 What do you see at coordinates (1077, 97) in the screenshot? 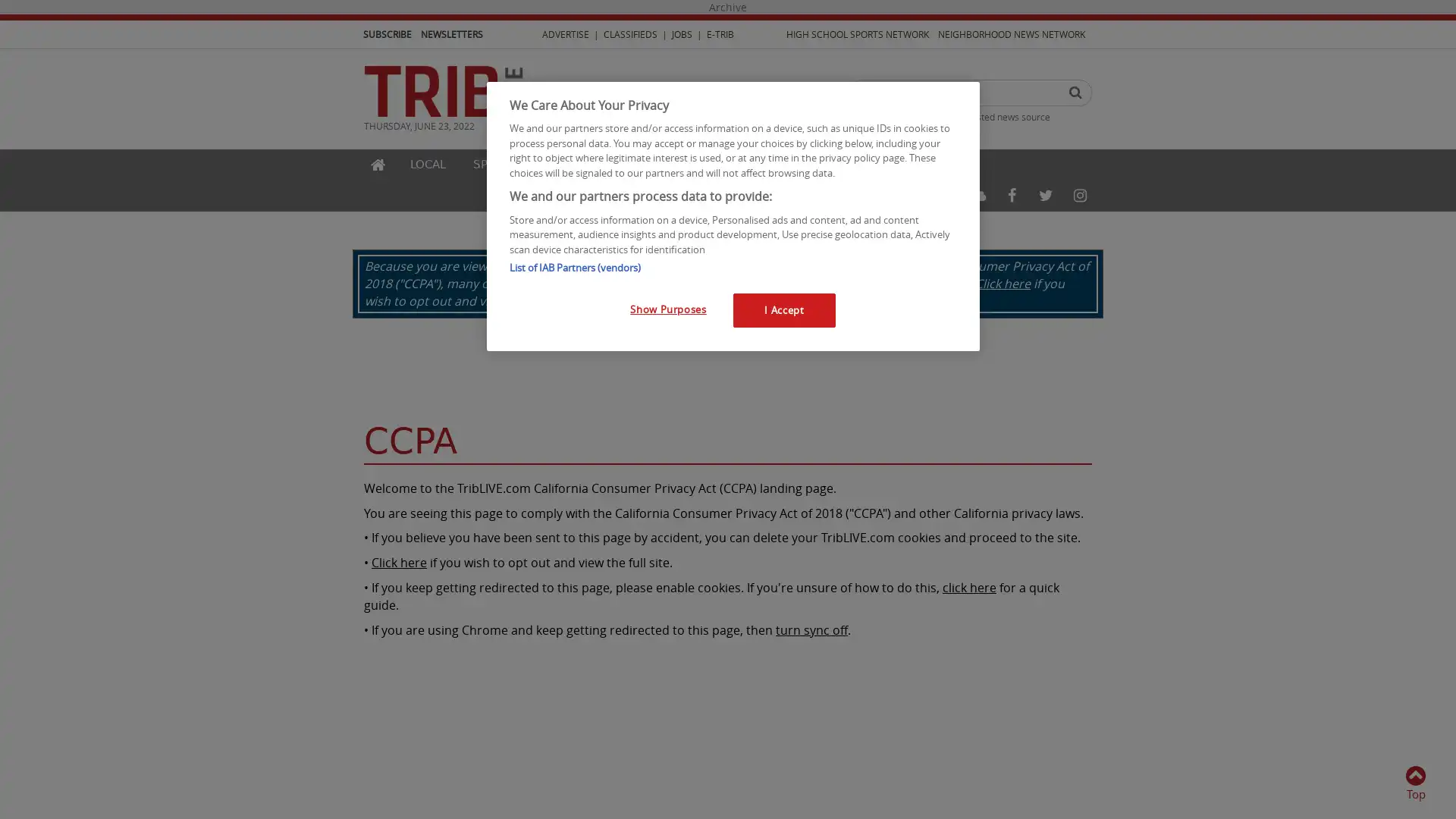
I see `Search` at bounding box center [1077, 97].